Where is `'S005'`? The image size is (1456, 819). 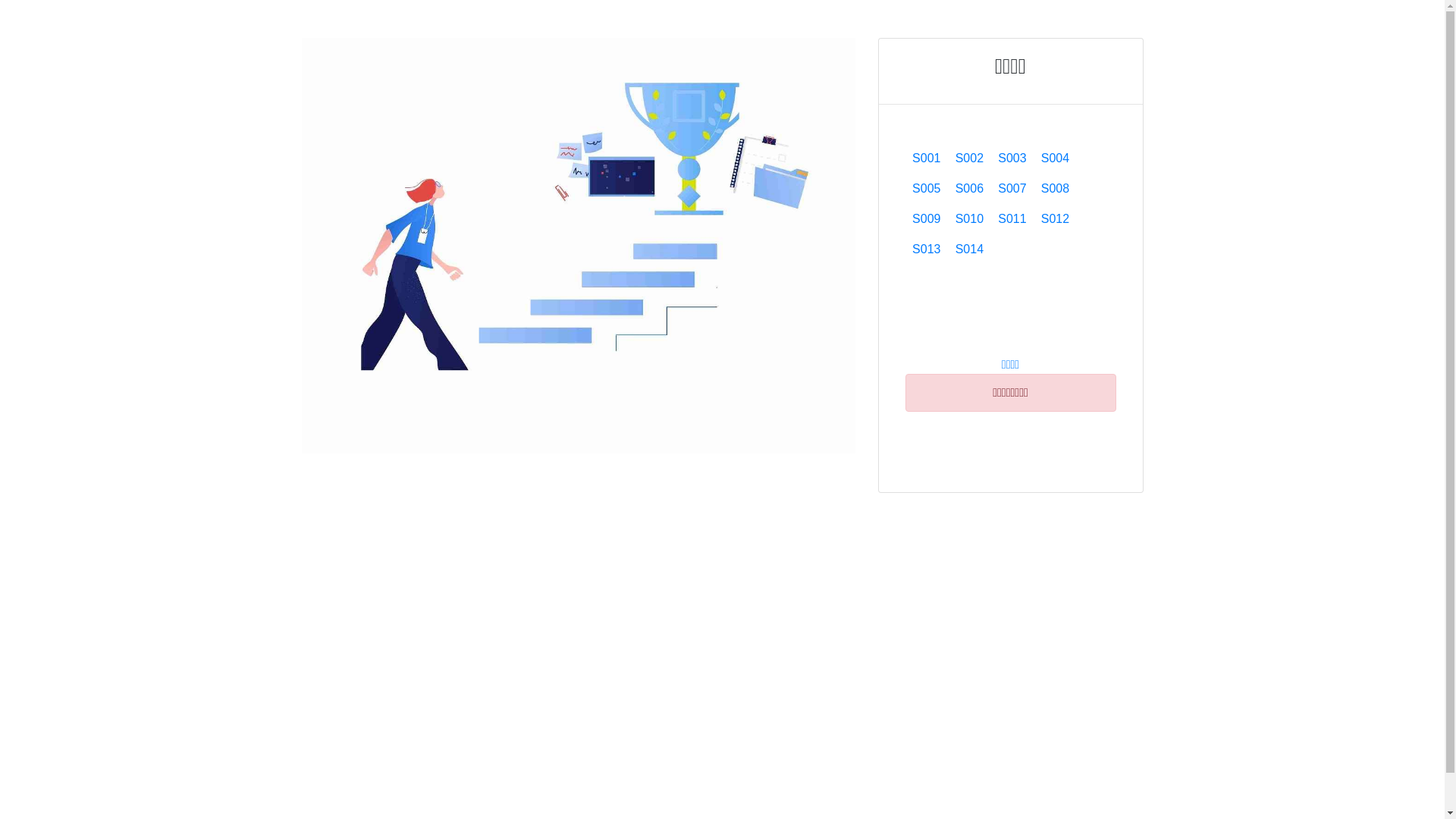
'S005' is located at coordinates (905, 188).